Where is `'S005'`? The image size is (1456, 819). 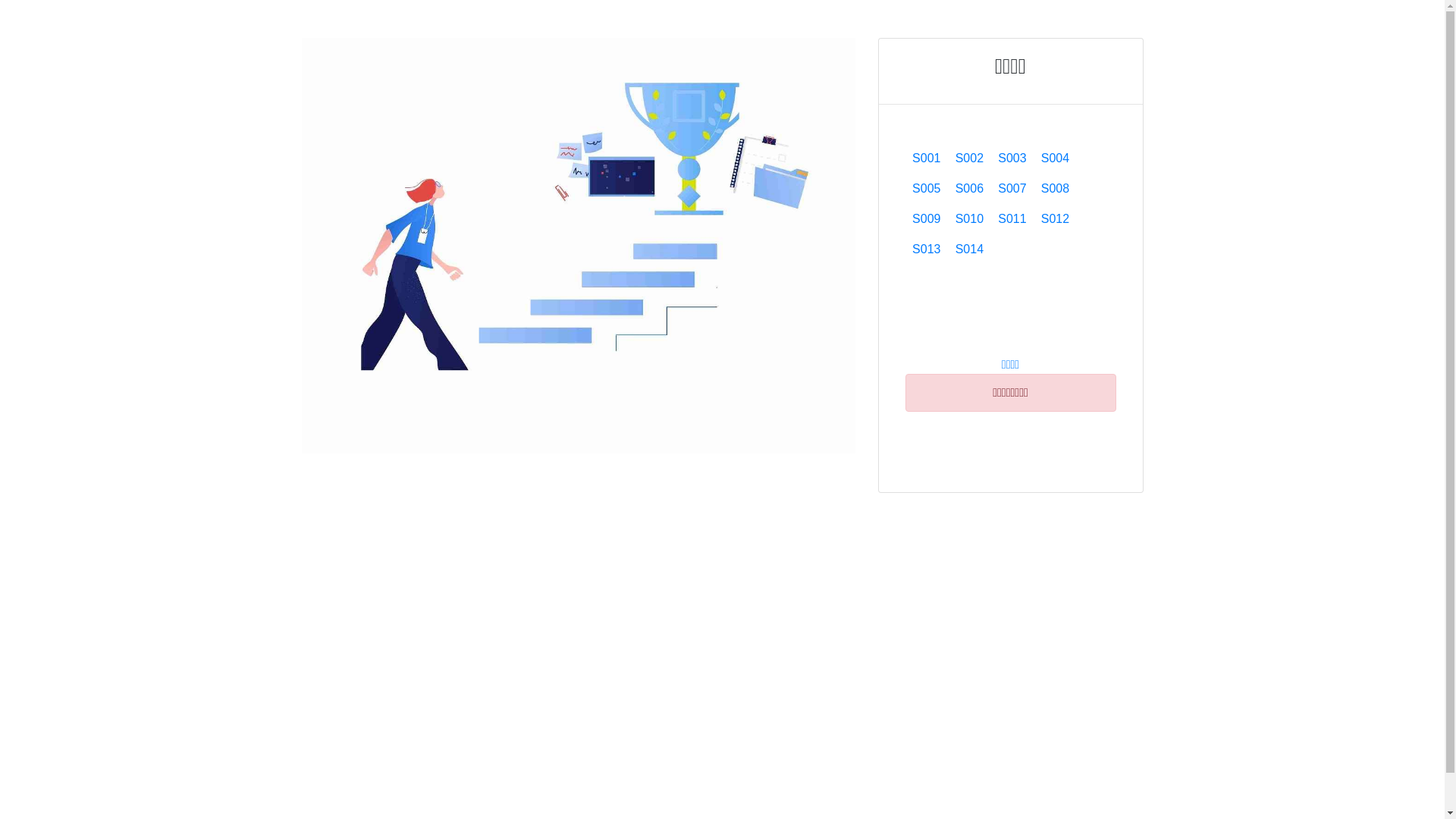
'S005' is located at coordinates (905, 188).